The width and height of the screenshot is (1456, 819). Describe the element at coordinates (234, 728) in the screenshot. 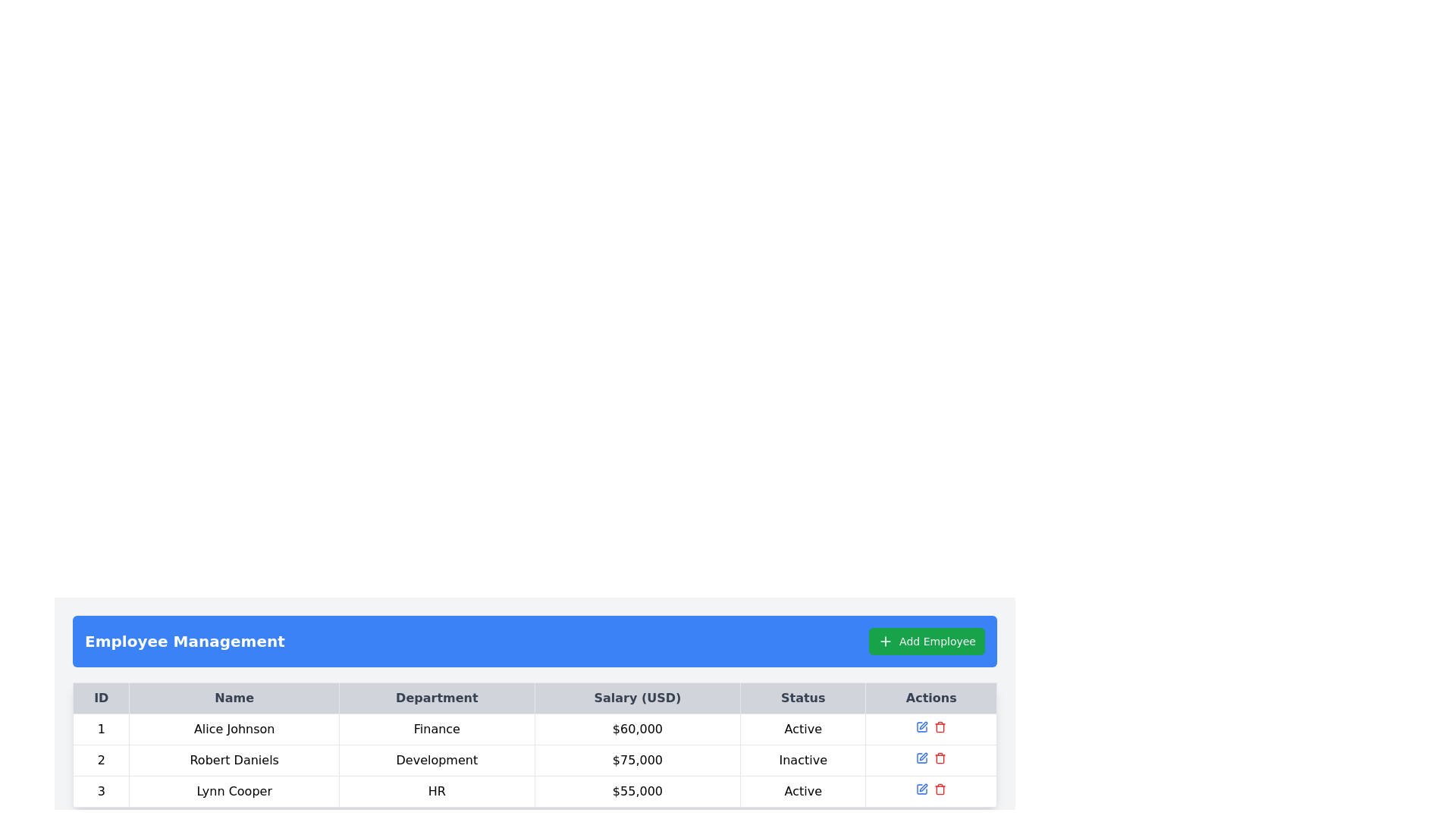

I see `the text 'Alice Johnson' displayed in the second cell of the first row in the table under the 'Name' column` at that location.